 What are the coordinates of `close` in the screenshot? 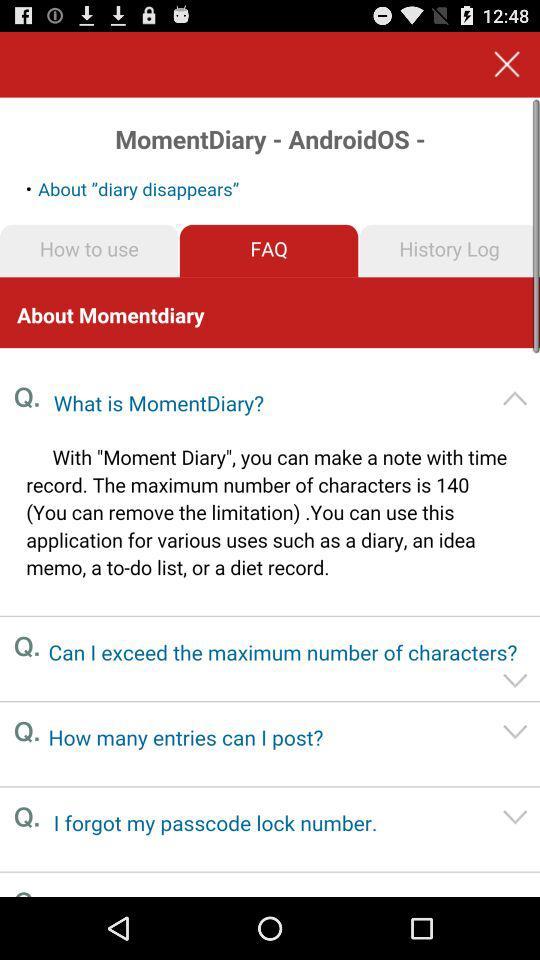 It's located at (507, 64).